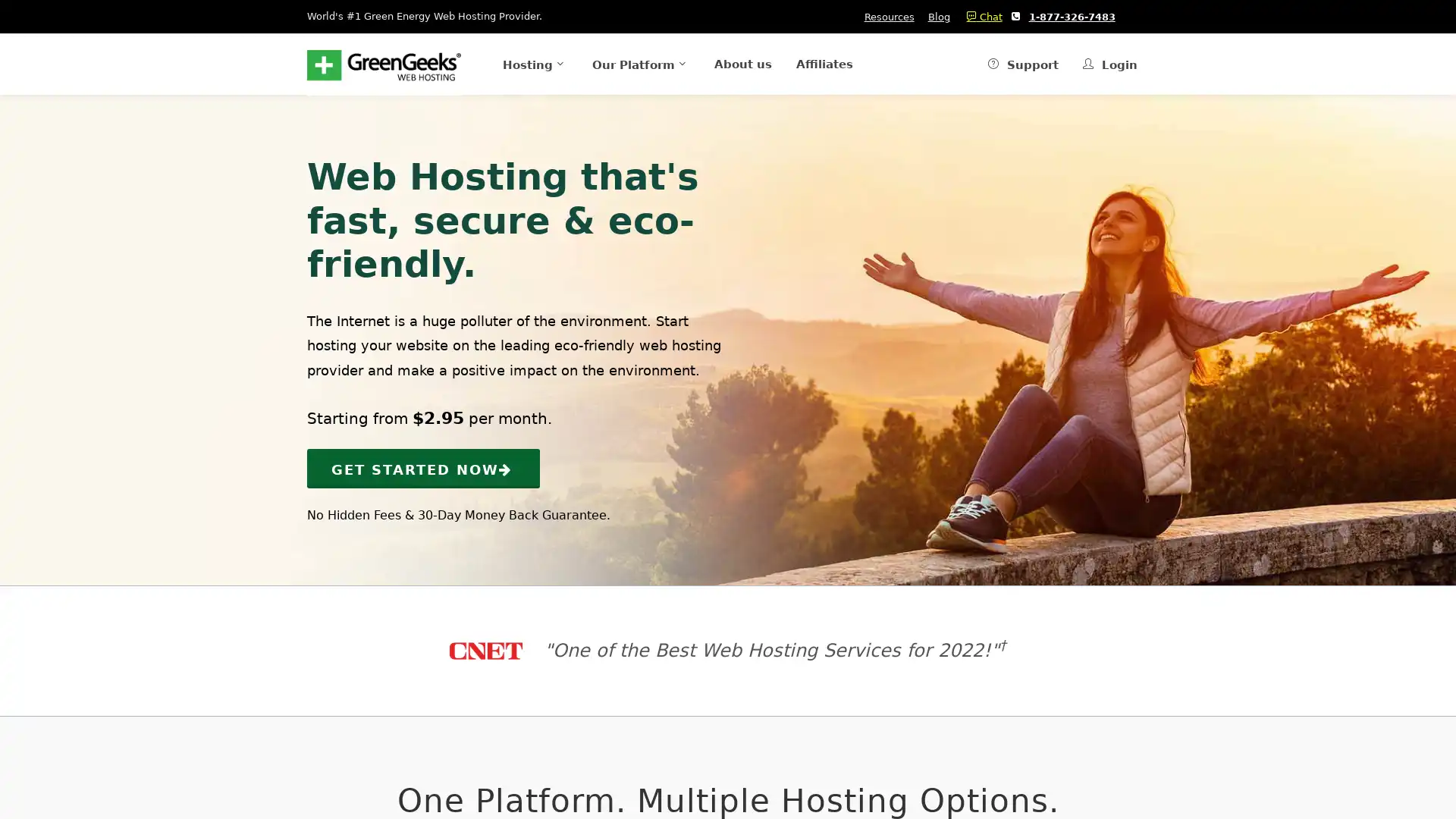 The height and width of the screenshot is (819, 1456). I want to click on Menu, so click(508, 63).